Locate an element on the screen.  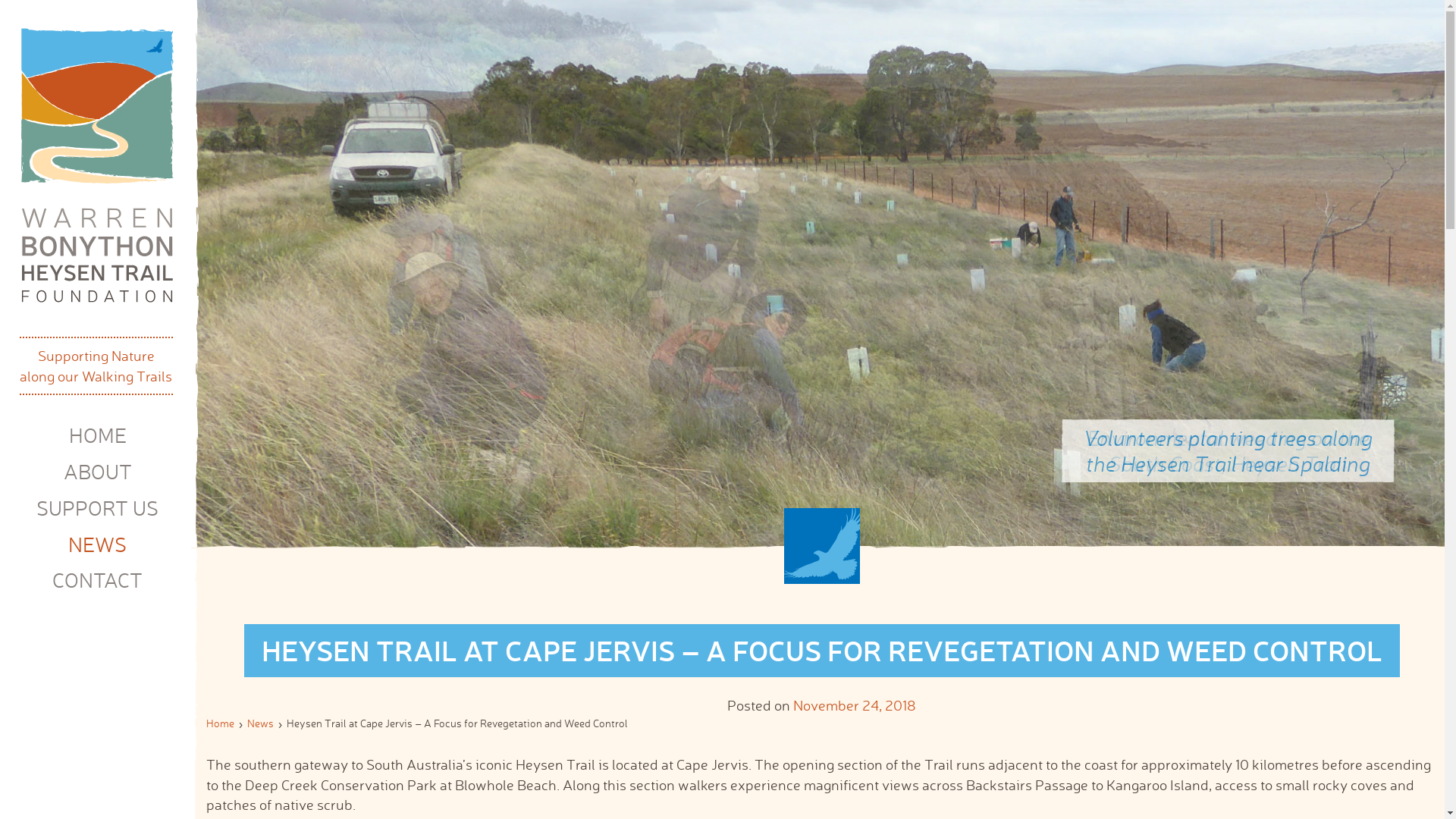
'Home' is located at coordinates (219, 722).